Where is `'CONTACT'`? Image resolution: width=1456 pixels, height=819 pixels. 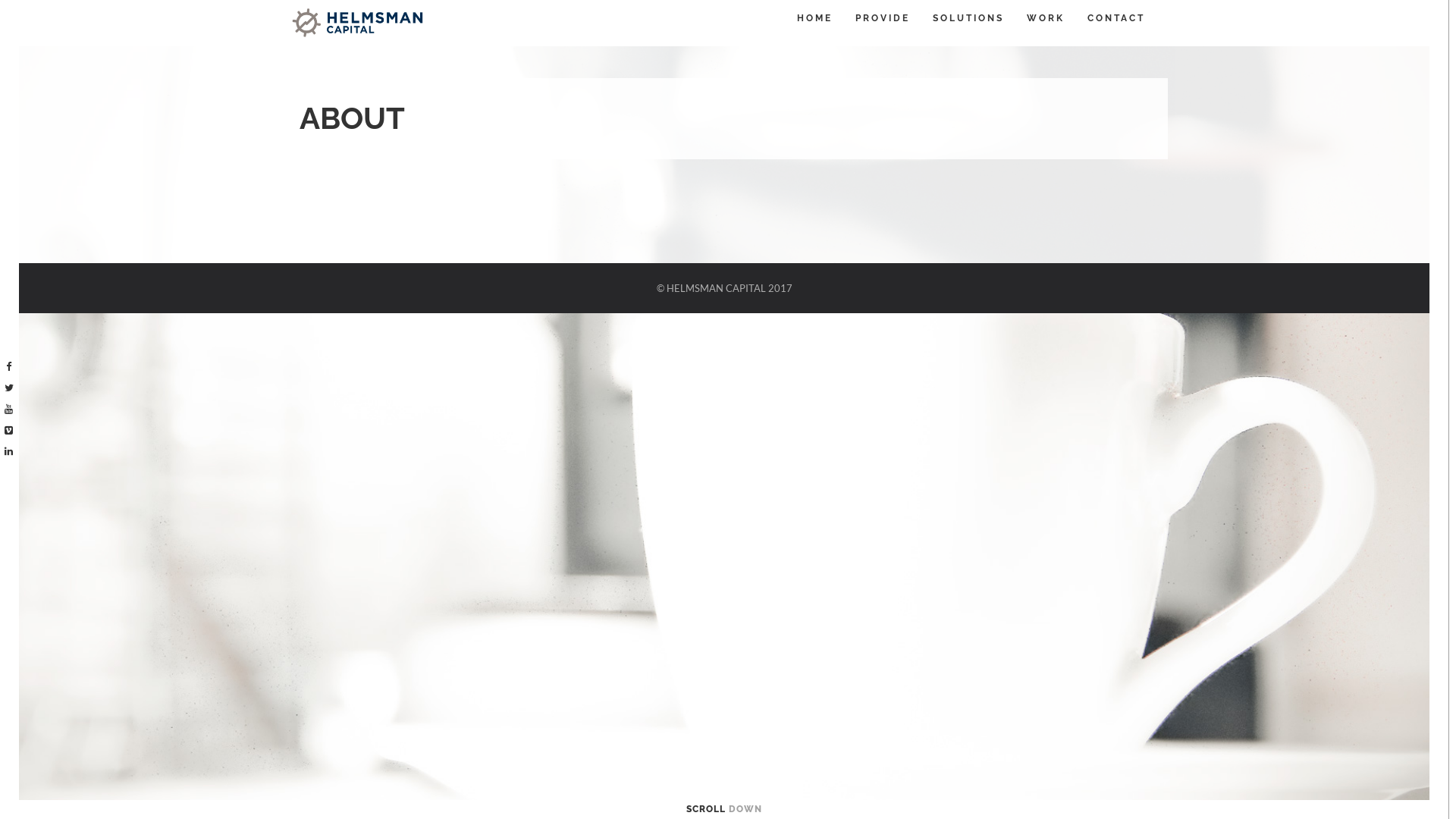 'CONTACT' is located at coordinates (1087, 17).